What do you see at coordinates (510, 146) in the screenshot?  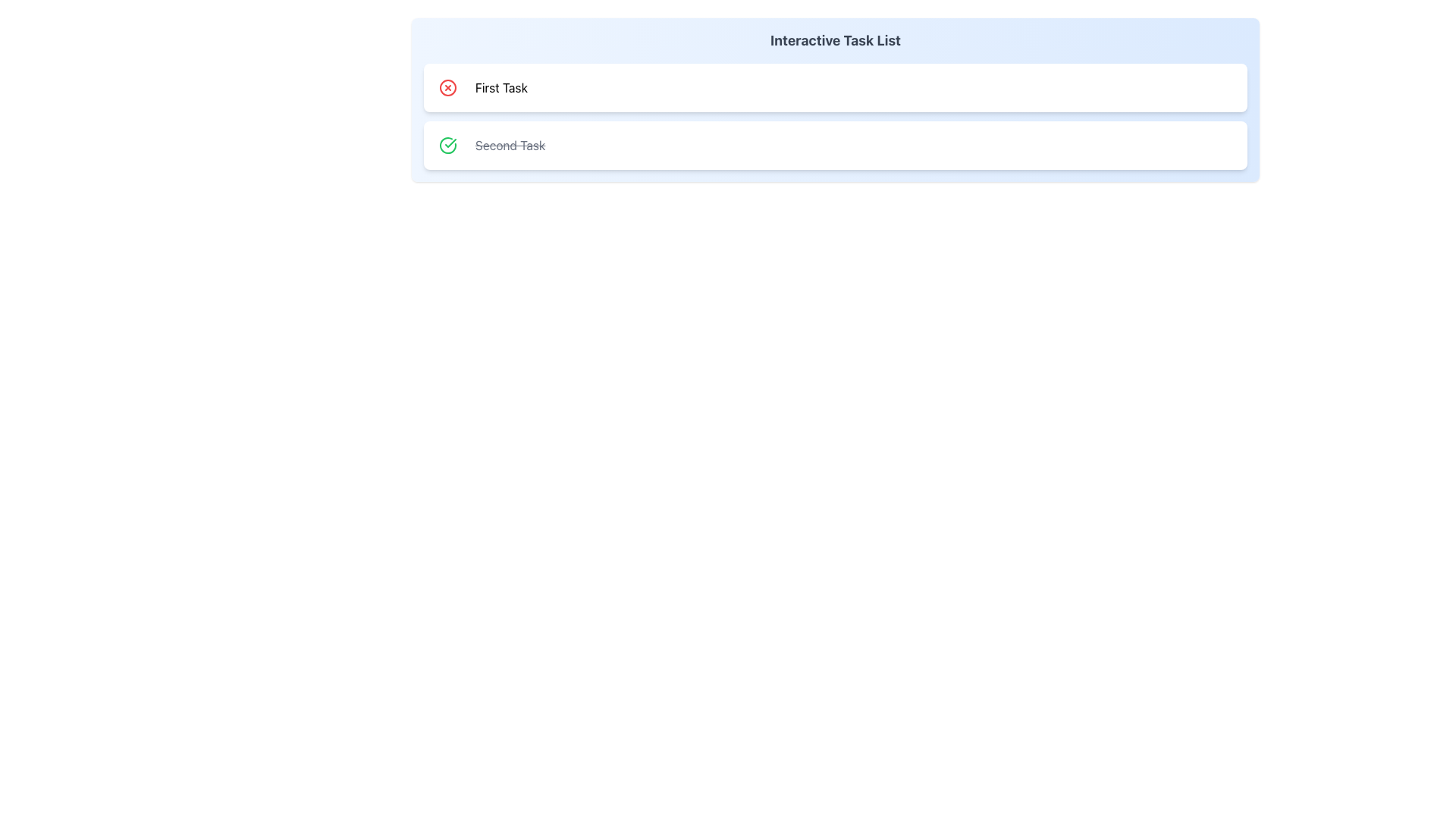 I see `the text label displaying 'Second Task' that indicates a completed status with a line-through style, located to the right of a green completed task icon in the task list` at bounding box center [510, 146].